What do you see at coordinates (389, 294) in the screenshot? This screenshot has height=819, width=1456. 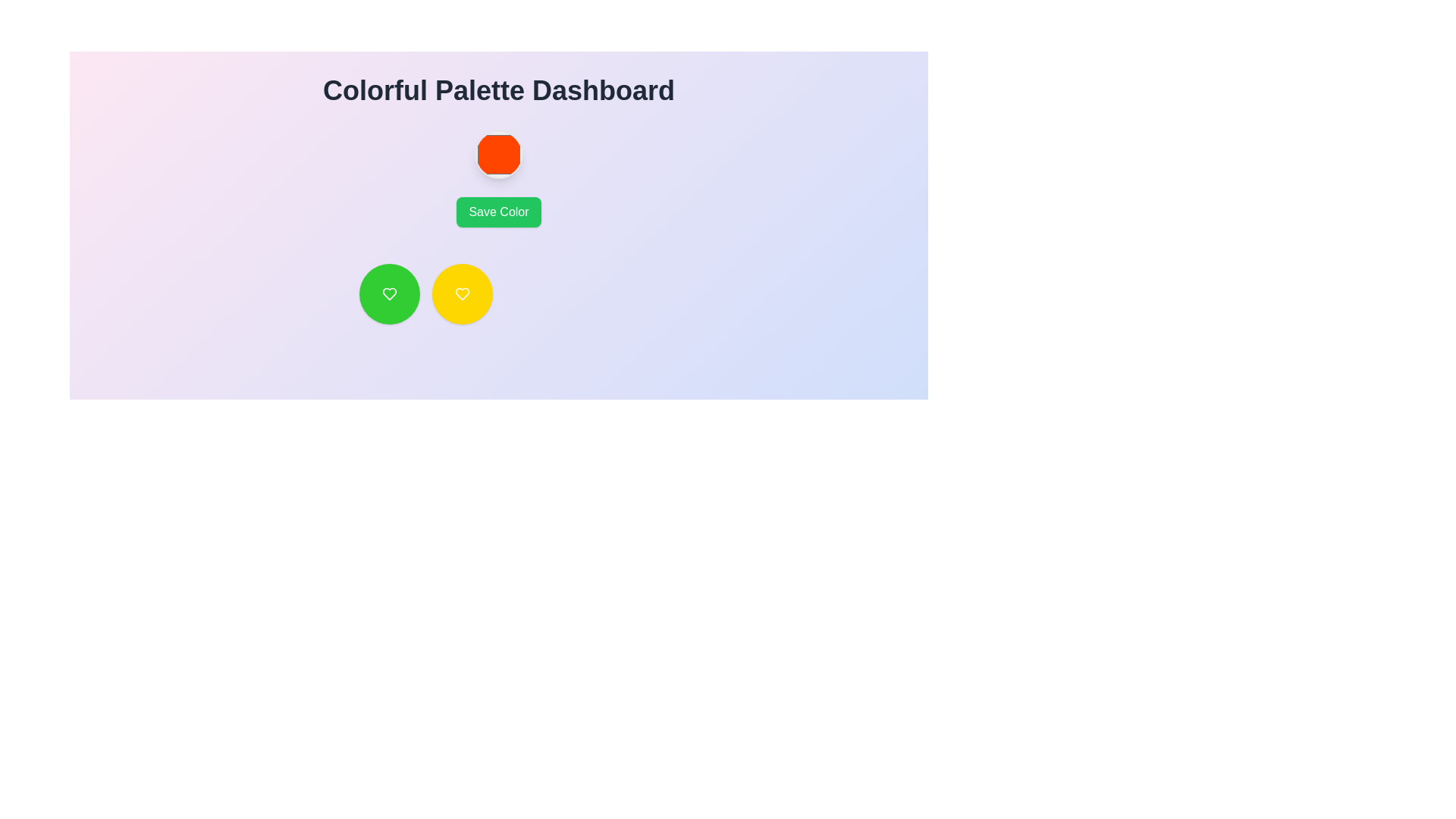 I see `the heart-shaped icon embedded within the green circular button located prominently in the lower left quadrant below the 'Save Color' button` at bounding box center [389, 294].